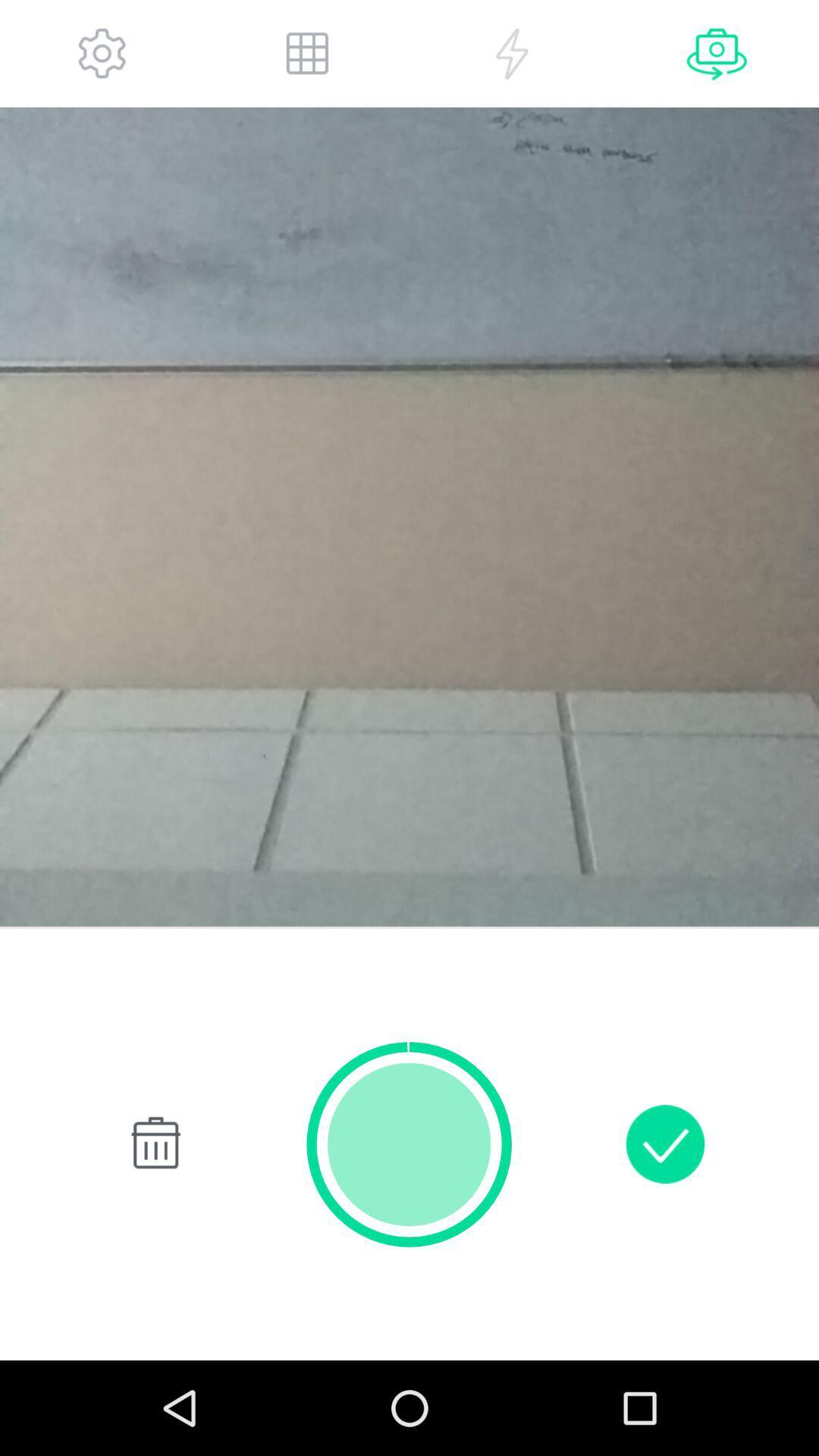 This screenshot has height=1456, width=819. Describe the element at coordinates (102, 53) in the screenshot. I see `buttons to setting` at that location.